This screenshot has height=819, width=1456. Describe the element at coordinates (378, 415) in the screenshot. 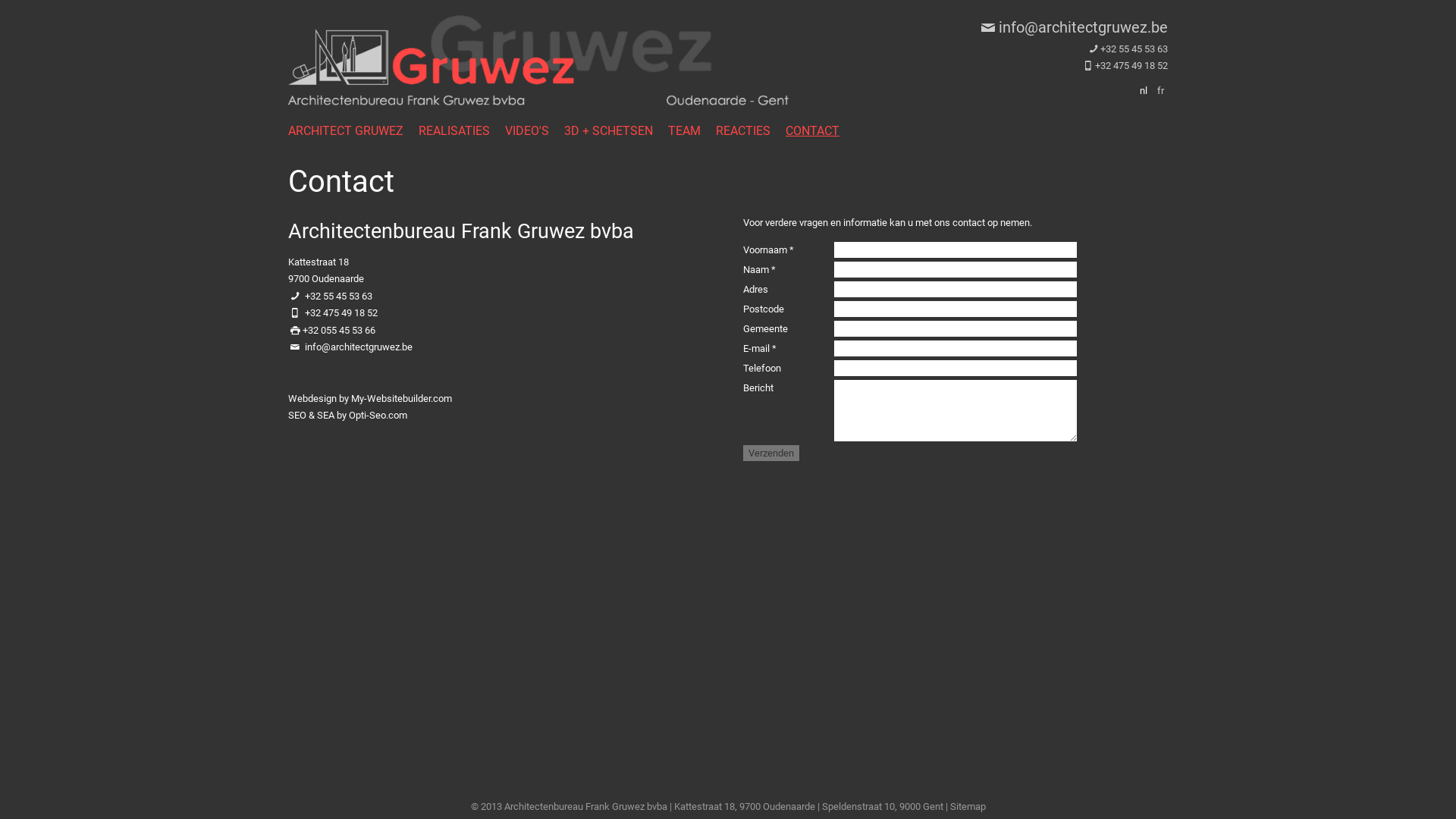

I see `'Opti-Seo.com'` at that location.